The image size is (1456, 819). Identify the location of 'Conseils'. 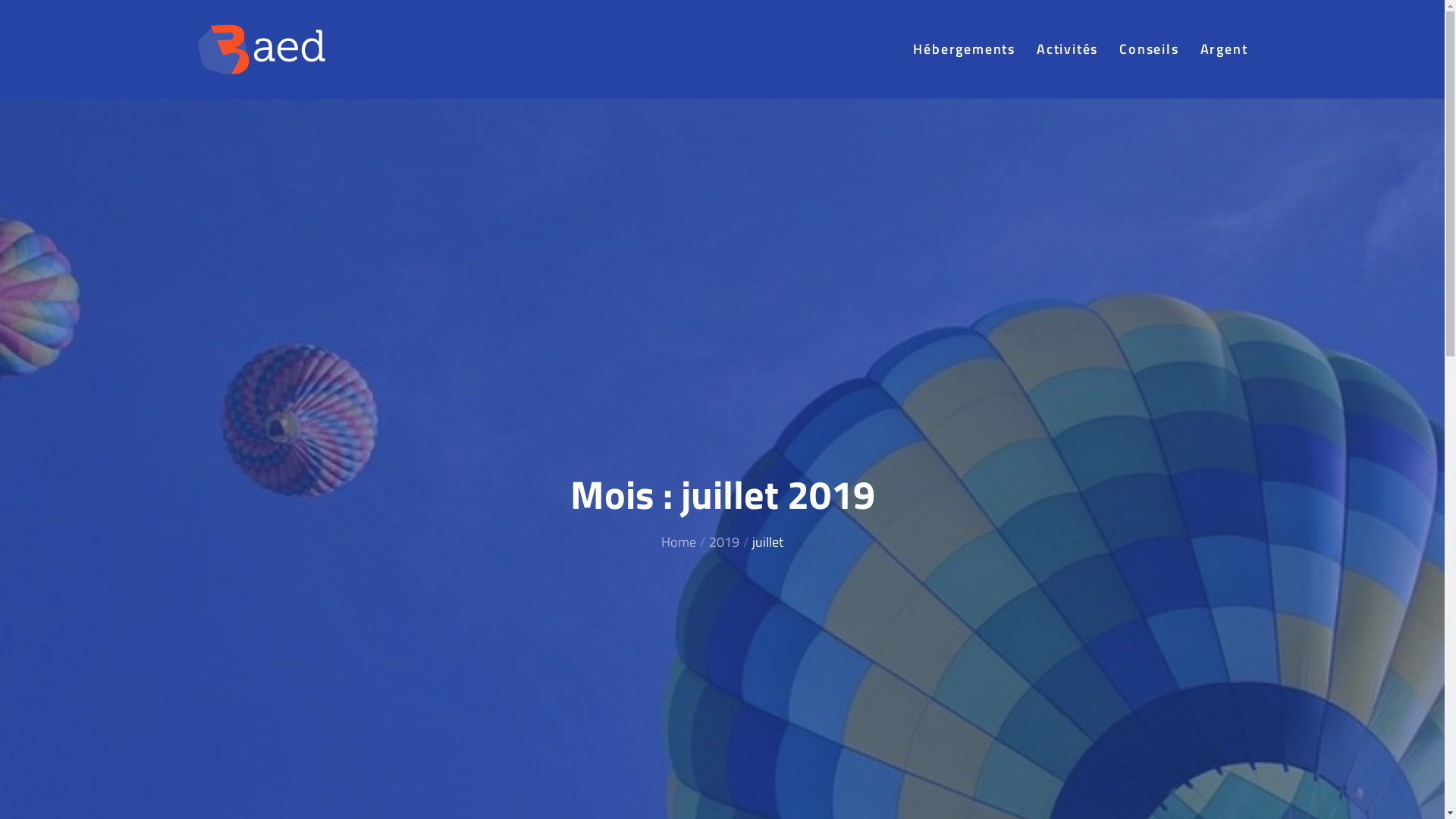
(1149, 48).